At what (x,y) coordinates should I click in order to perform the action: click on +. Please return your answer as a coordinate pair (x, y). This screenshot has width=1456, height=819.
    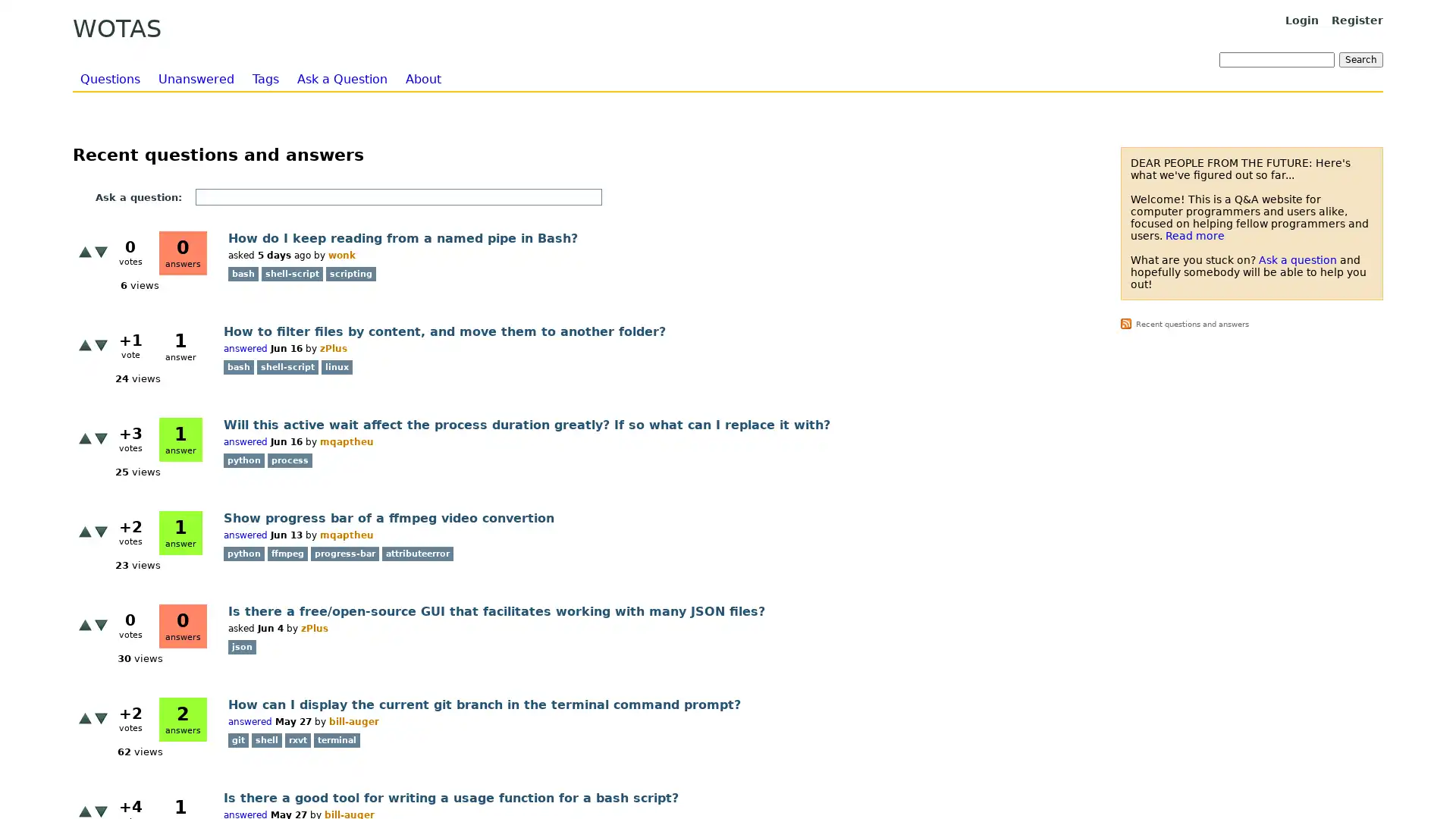
    Looking at the image, I should click on (84, 811).